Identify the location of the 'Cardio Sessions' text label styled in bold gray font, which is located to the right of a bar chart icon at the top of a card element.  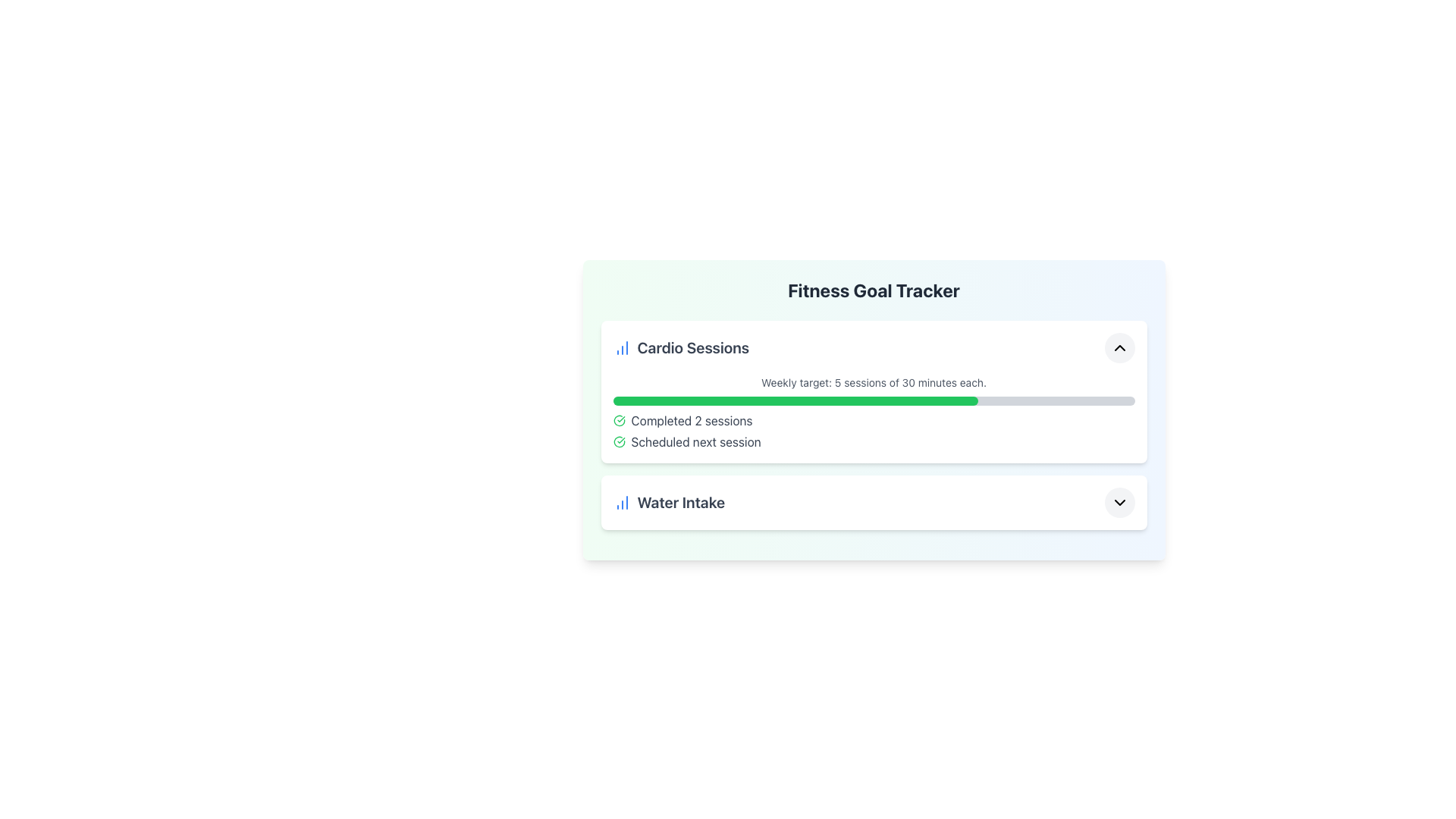
(680, 348).